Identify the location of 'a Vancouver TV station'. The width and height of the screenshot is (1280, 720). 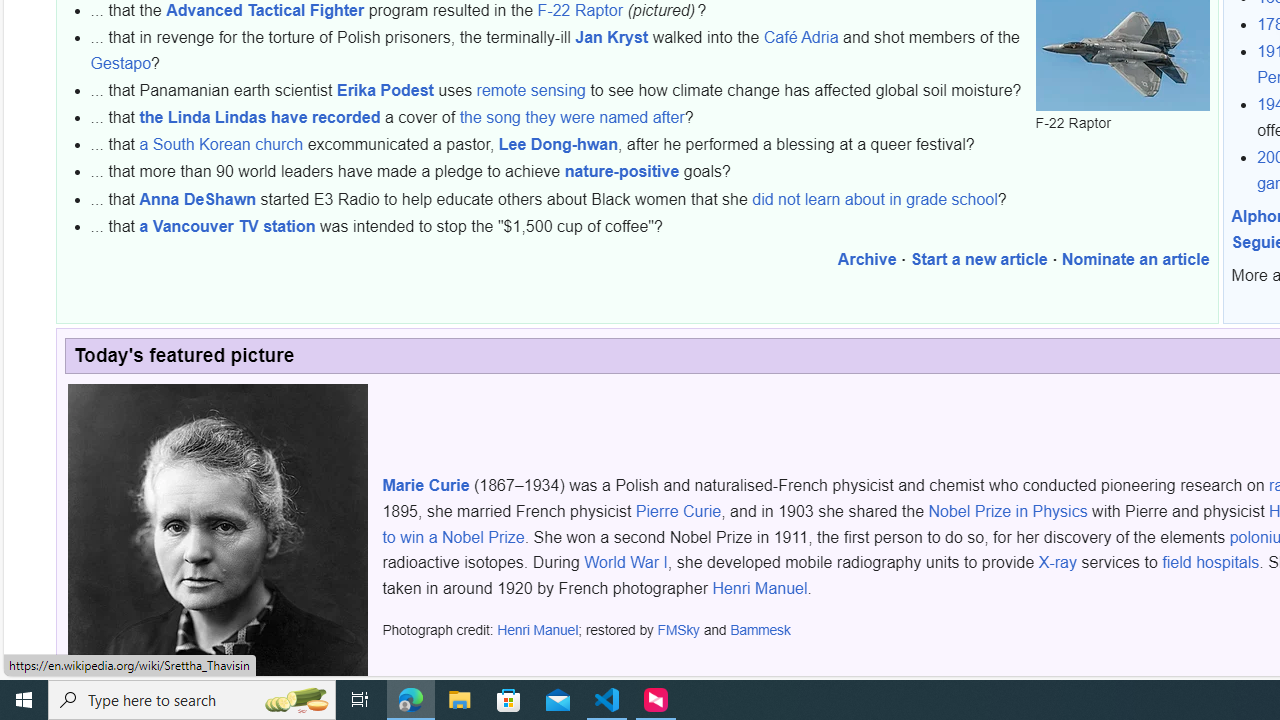
(227, 225).